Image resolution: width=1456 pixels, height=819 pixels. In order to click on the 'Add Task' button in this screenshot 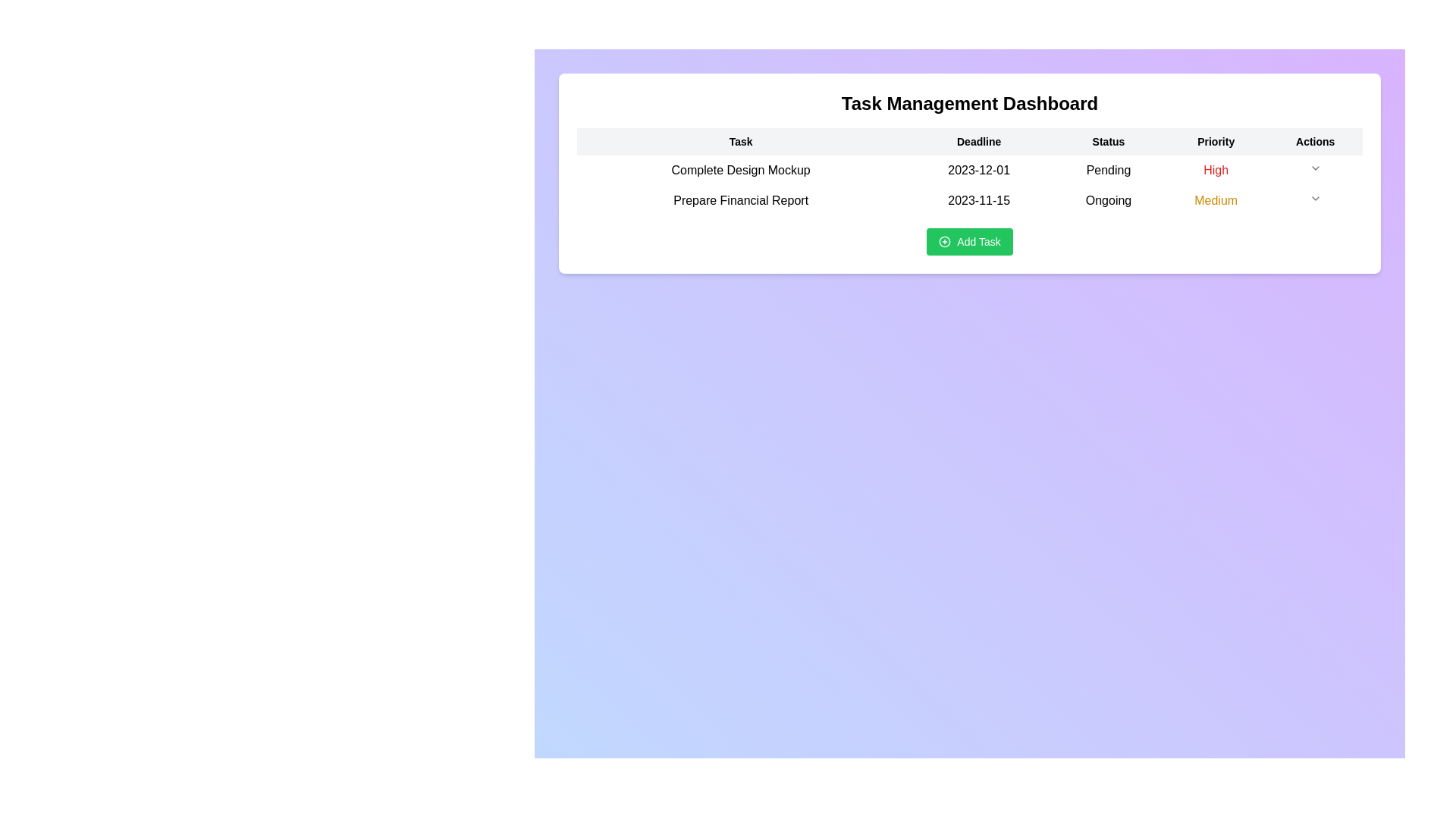, I will do `click(968, 241)`.